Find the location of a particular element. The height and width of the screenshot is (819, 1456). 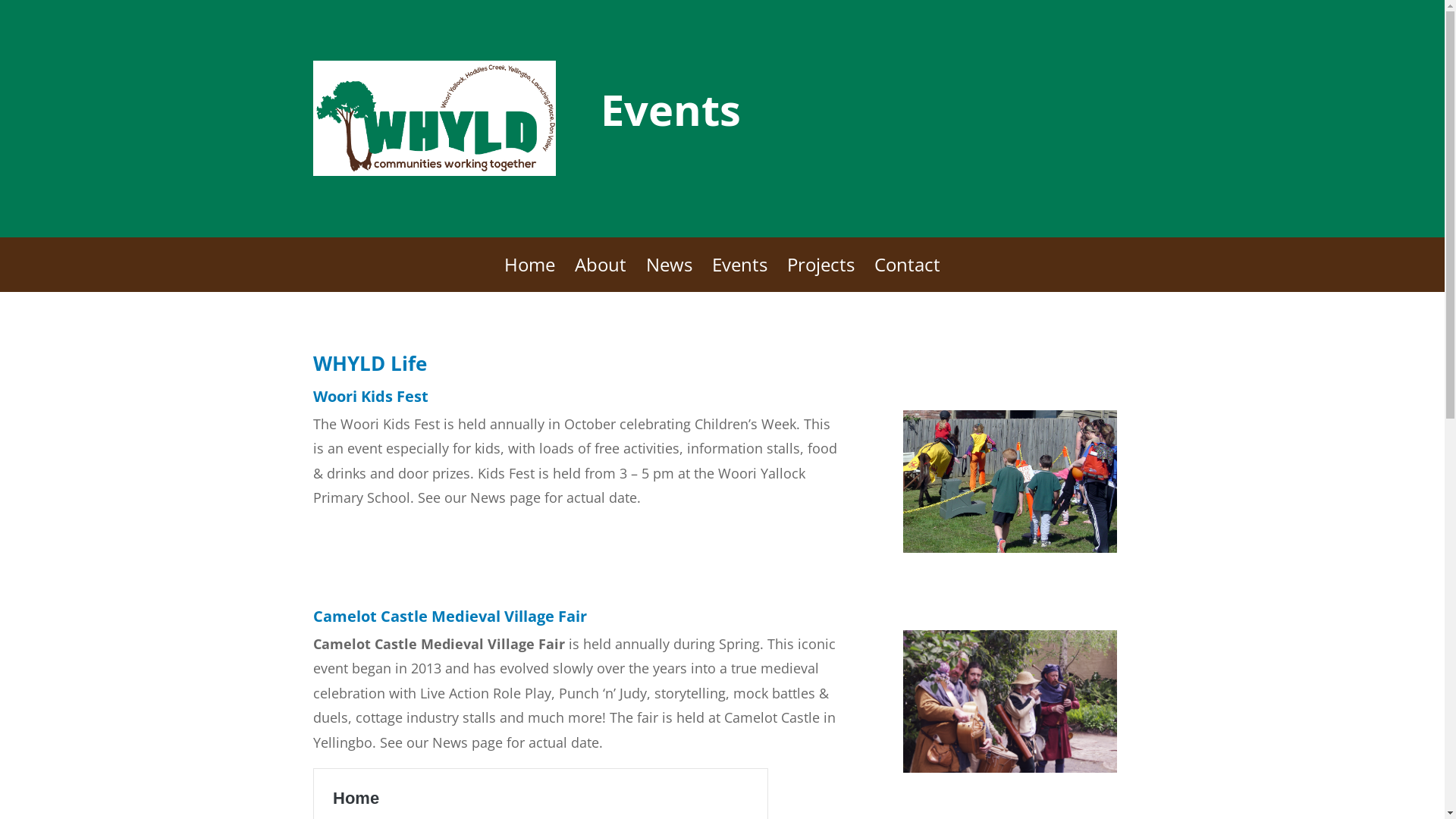

'News' is located at coordinates (668, 275).